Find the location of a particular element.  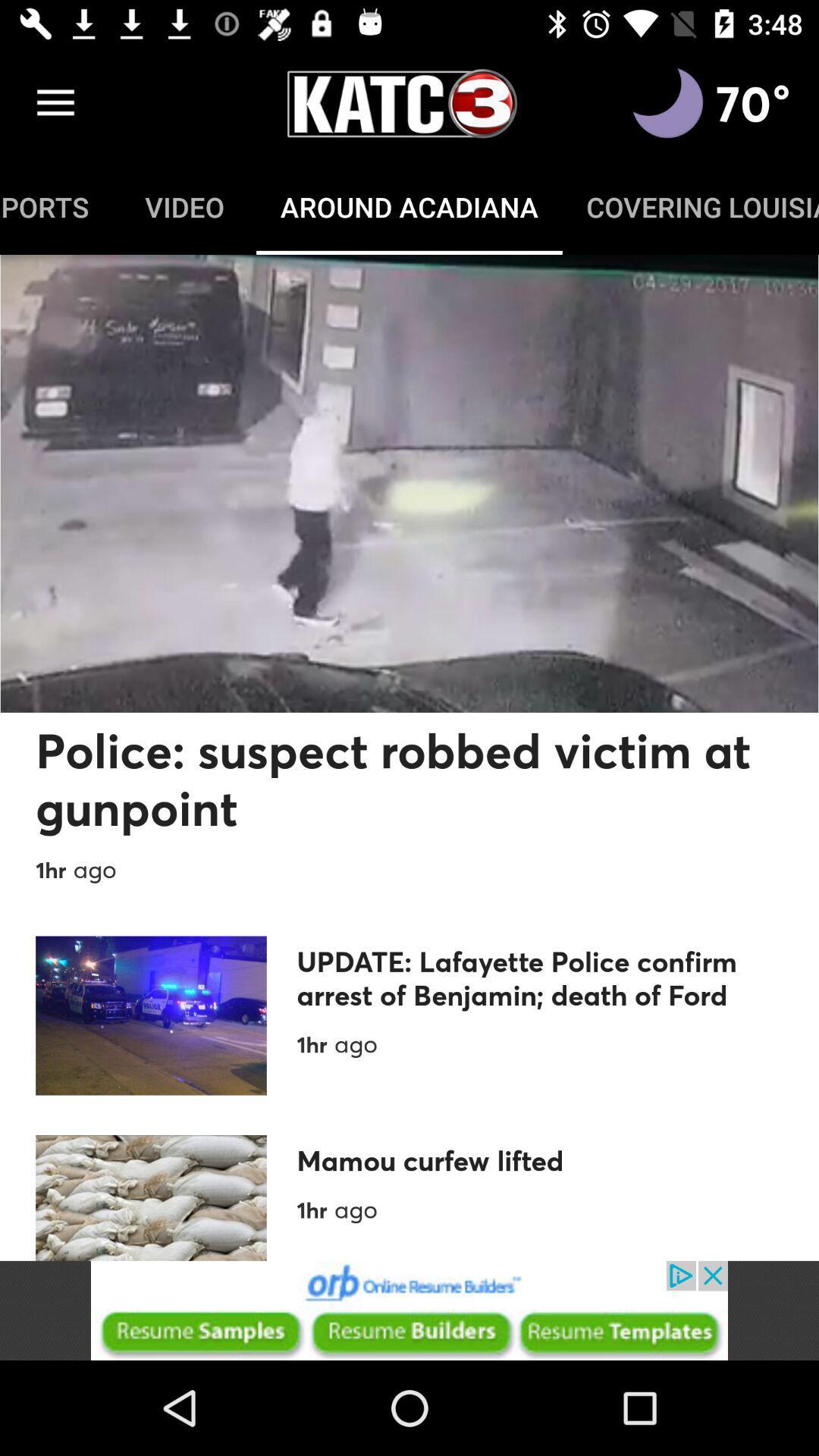

the image beside mamou curfew lifted is located at coordinates (151, 1197).